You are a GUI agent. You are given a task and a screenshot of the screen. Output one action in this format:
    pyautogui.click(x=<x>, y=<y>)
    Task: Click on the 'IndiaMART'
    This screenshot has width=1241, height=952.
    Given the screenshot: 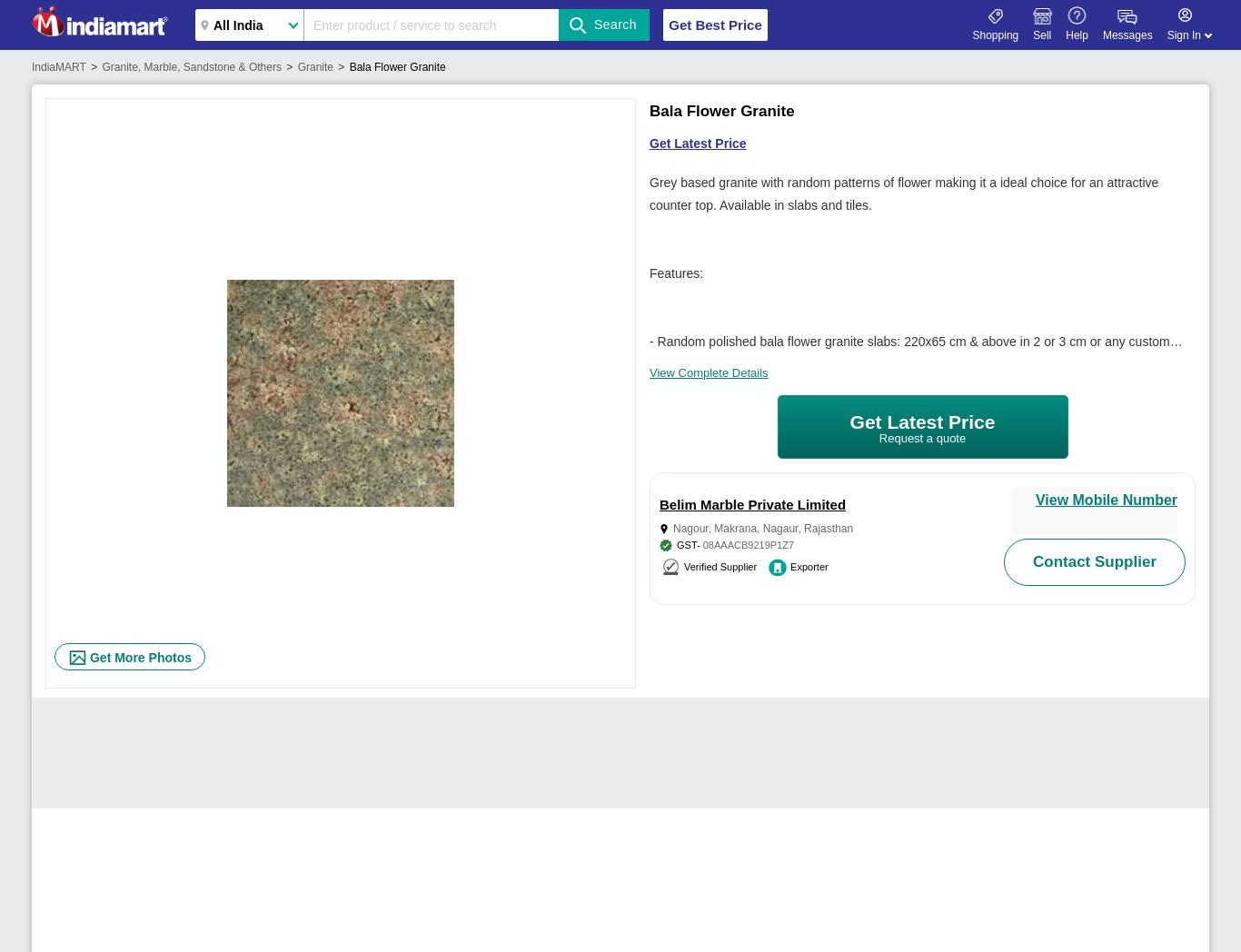 What is the action you would take?
    pyautogui.click(x=58, y=66)
    